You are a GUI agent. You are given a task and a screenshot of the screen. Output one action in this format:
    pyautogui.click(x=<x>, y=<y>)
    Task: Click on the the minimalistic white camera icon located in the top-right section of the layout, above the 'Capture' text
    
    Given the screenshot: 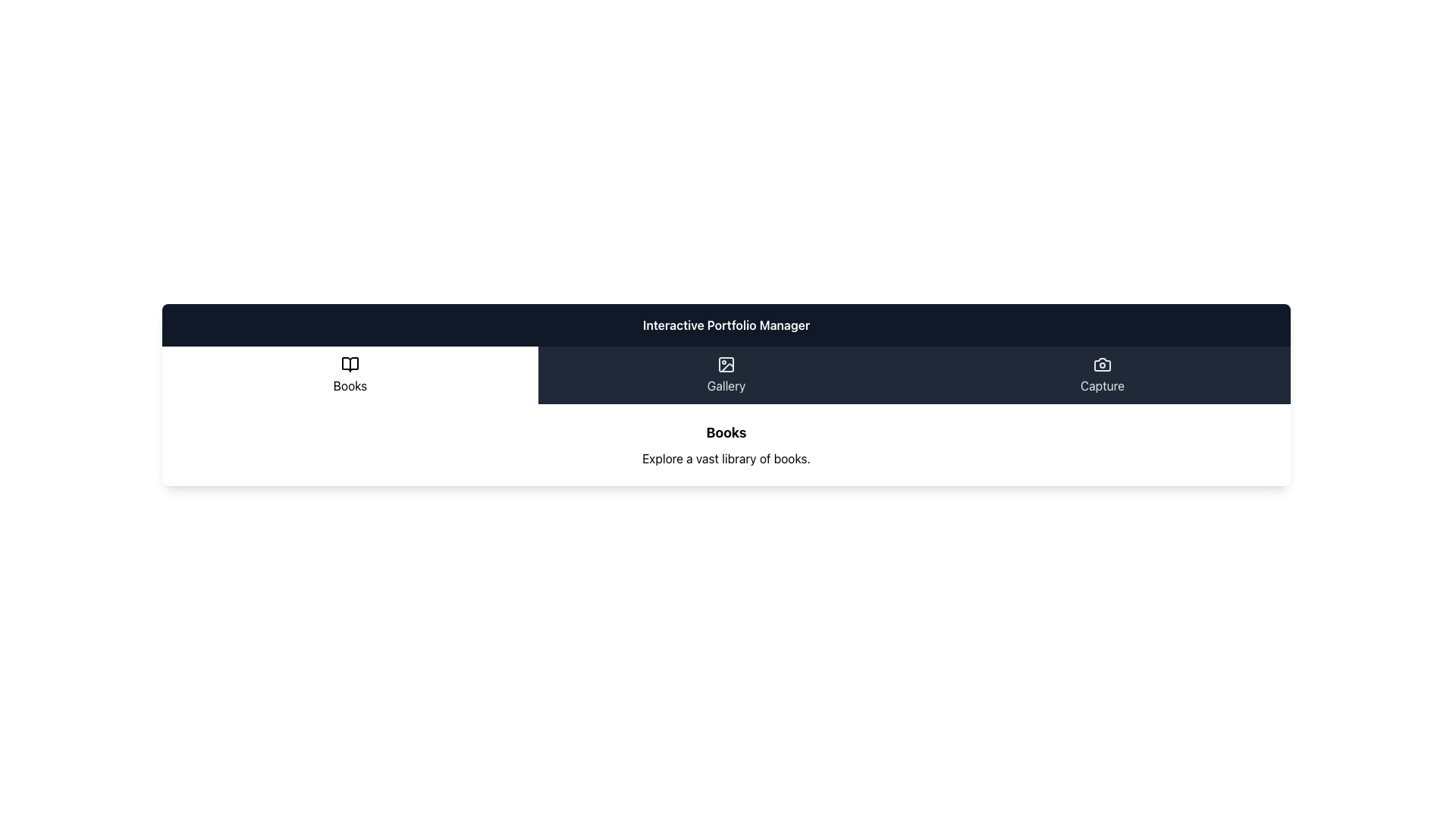 What is the action you would take?
    pyautogui.click(x=1103, y=365)
    